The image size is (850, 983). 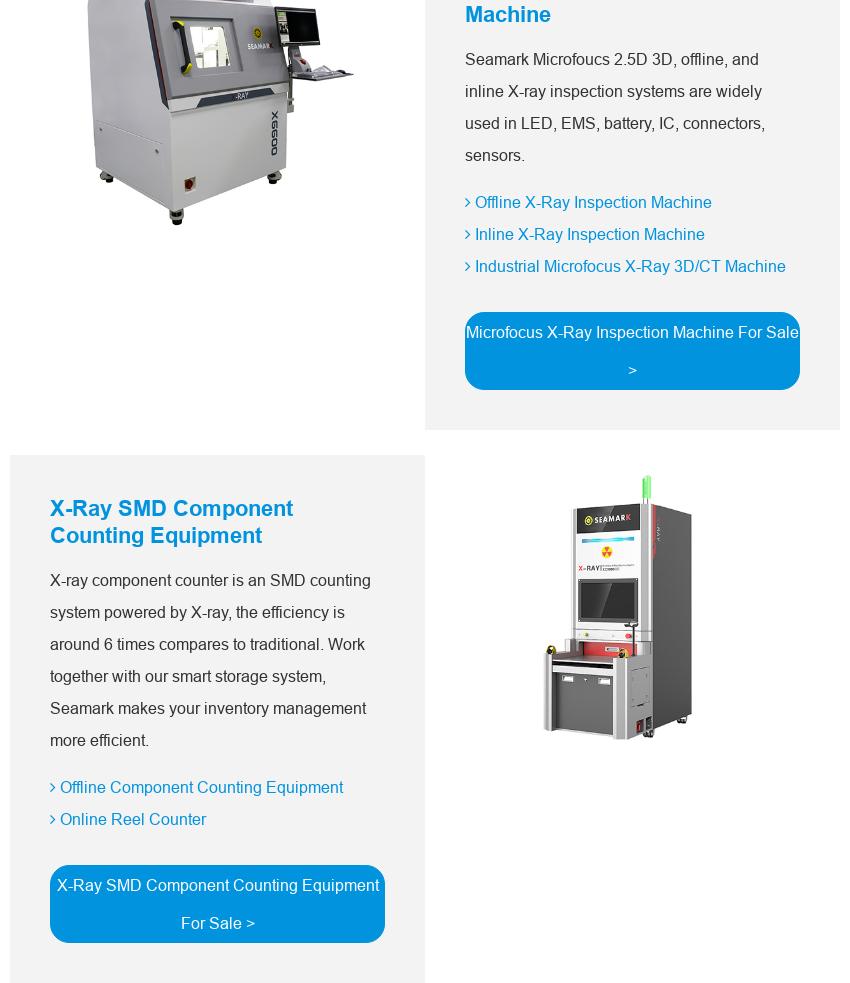 I want to click on 'Industrial Microfocus X-Ray 3D/CT Machine', so click(x=627, y=265).